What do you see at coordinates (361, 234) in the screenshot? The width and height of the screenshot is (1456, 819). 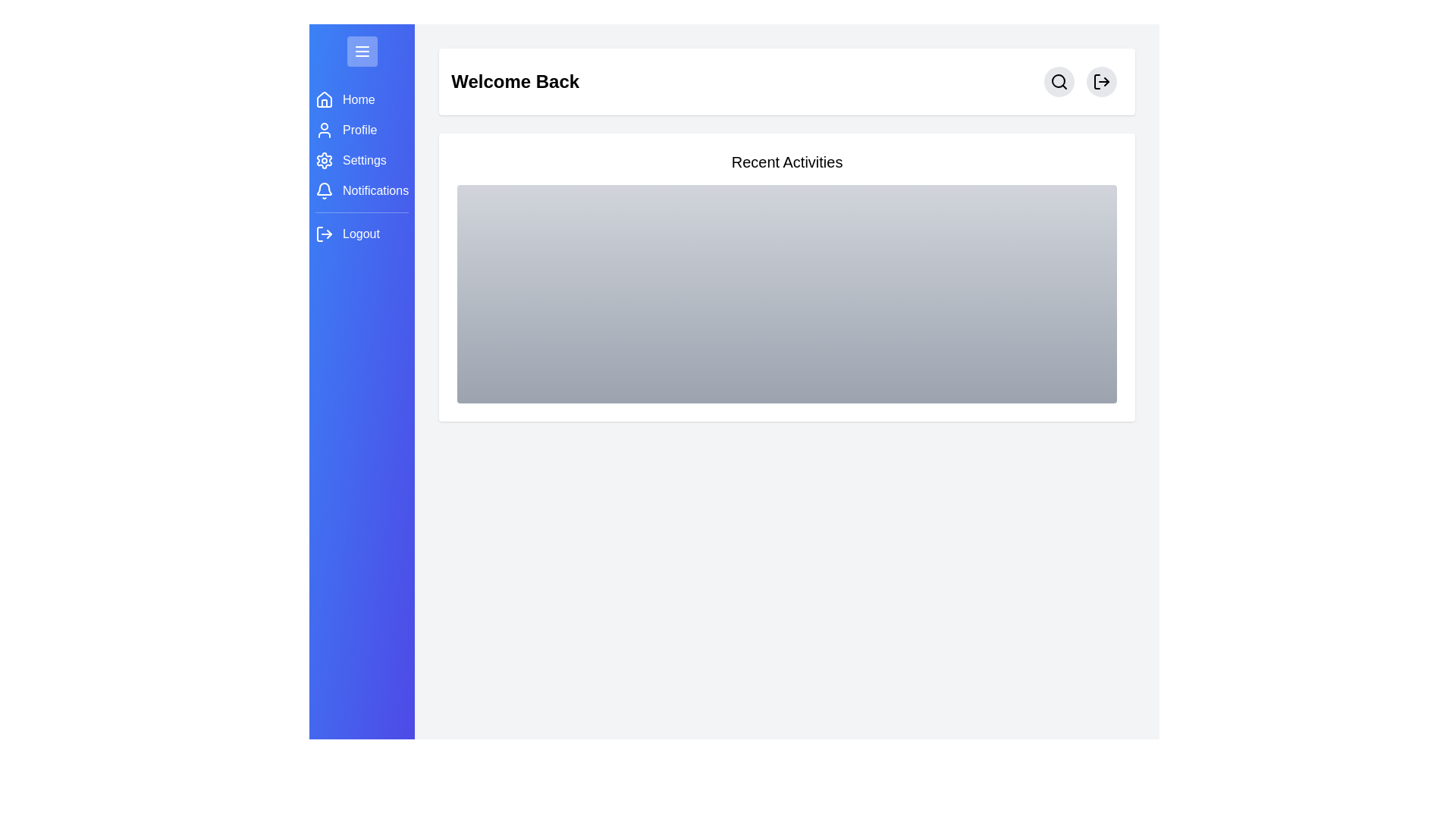 I see `the logout button located at the bottom of the vertical menu panel on the left side of the interface` at bounding box center [361, 234].